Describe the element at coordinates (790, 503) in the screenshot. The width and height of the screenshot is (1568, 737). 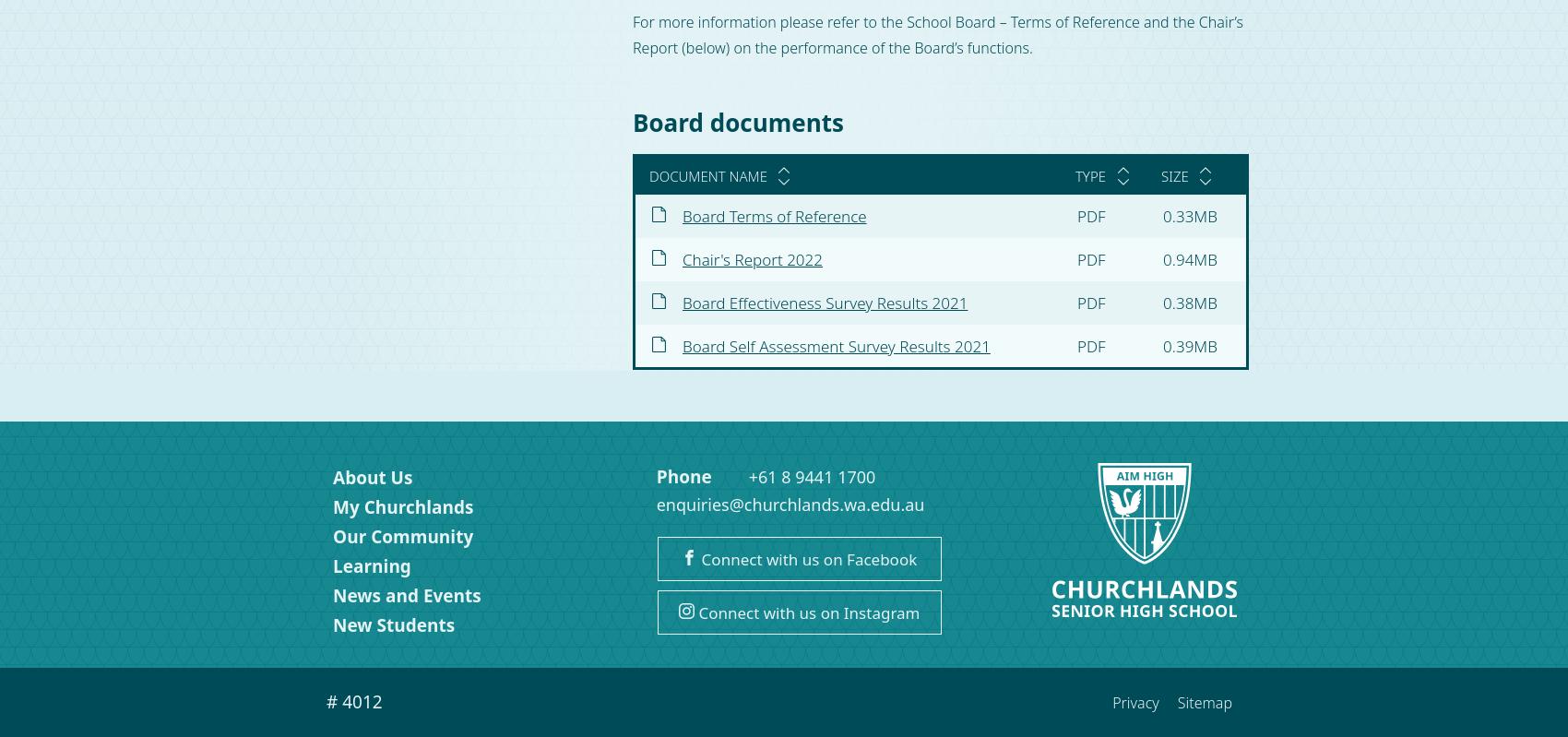
I see `'enquiries@churchlands.wa.edu.au'` at that location.